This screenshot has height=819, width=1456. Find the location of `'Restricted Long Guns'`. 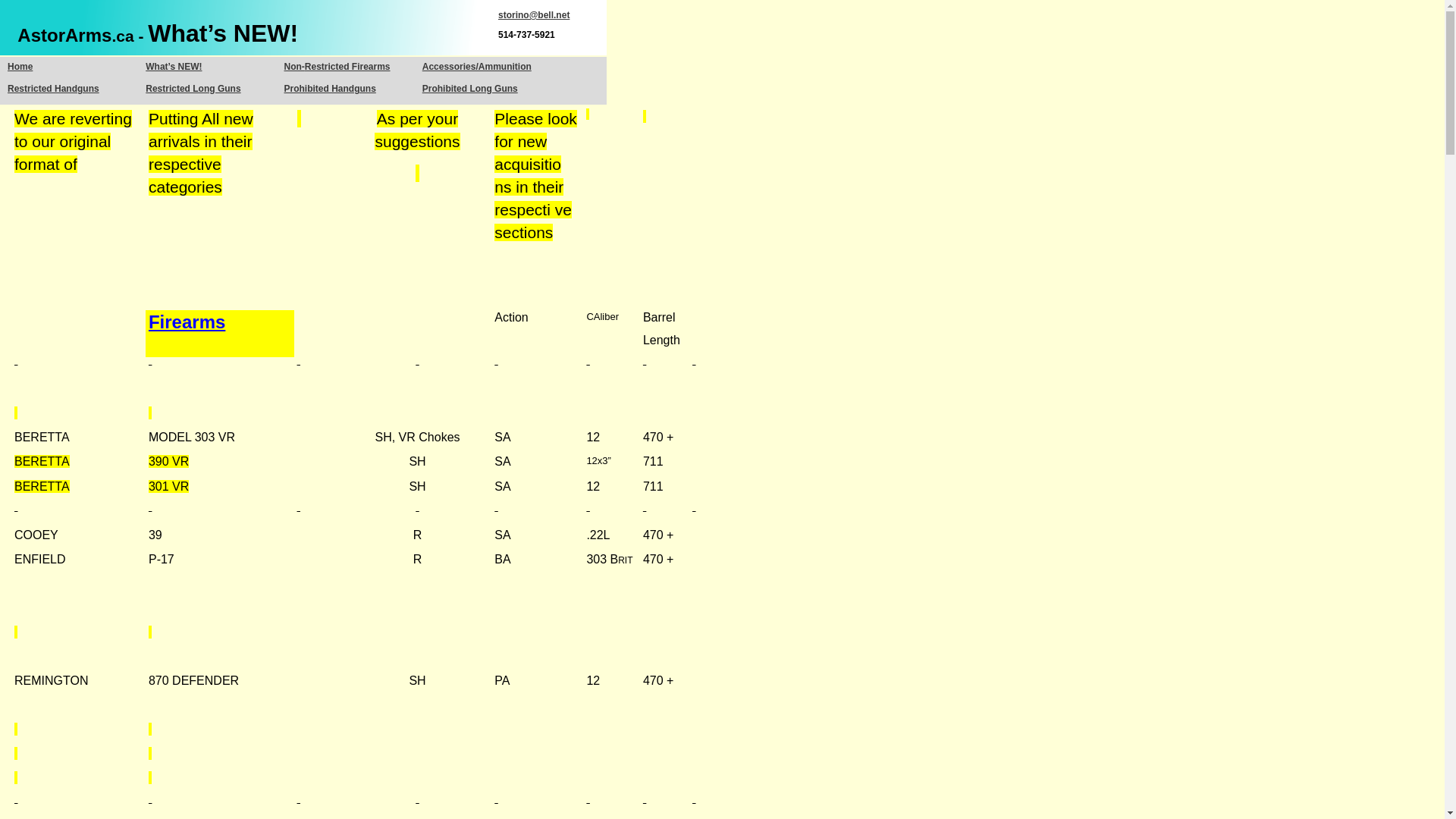

'Restricted Long Guns' is located at coordinates (192, 88).